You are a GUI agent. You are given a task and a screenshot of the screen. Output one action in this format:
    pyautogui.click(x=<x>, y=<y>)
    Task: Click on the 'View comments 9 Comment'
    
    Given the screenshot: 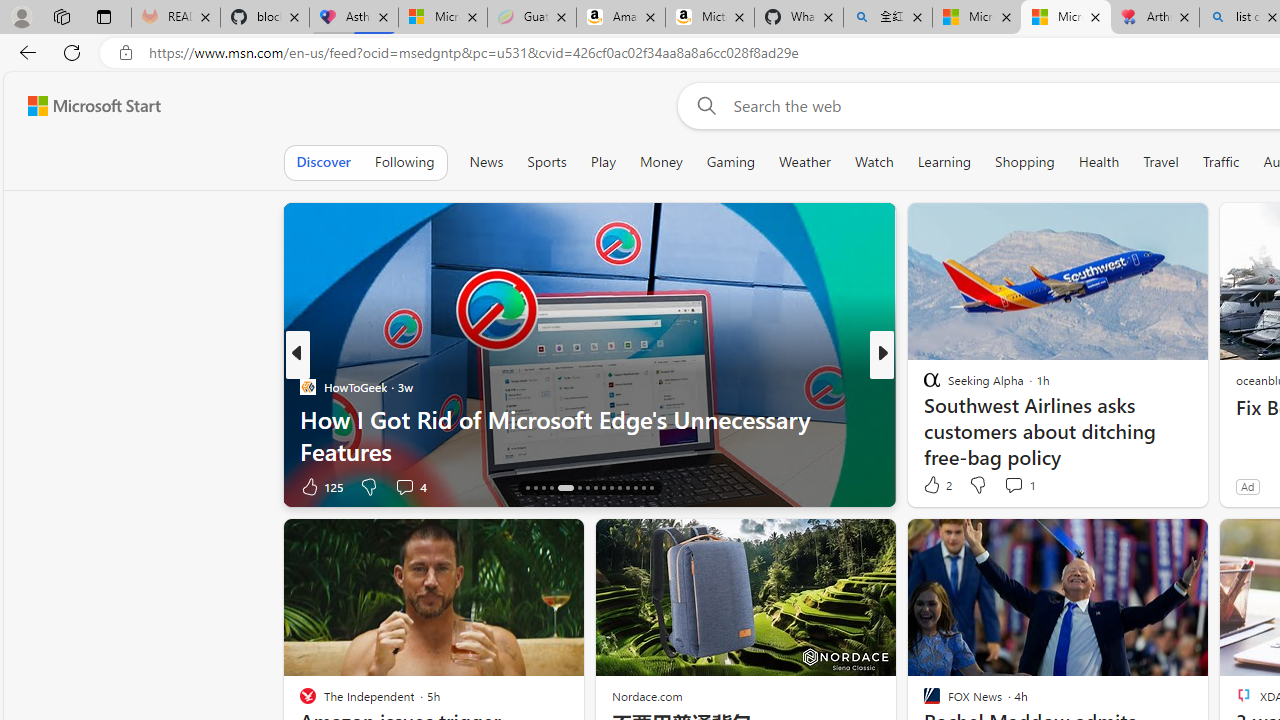 What is the action you would take?
    pyautogui.click(x=1020, y=486)
    